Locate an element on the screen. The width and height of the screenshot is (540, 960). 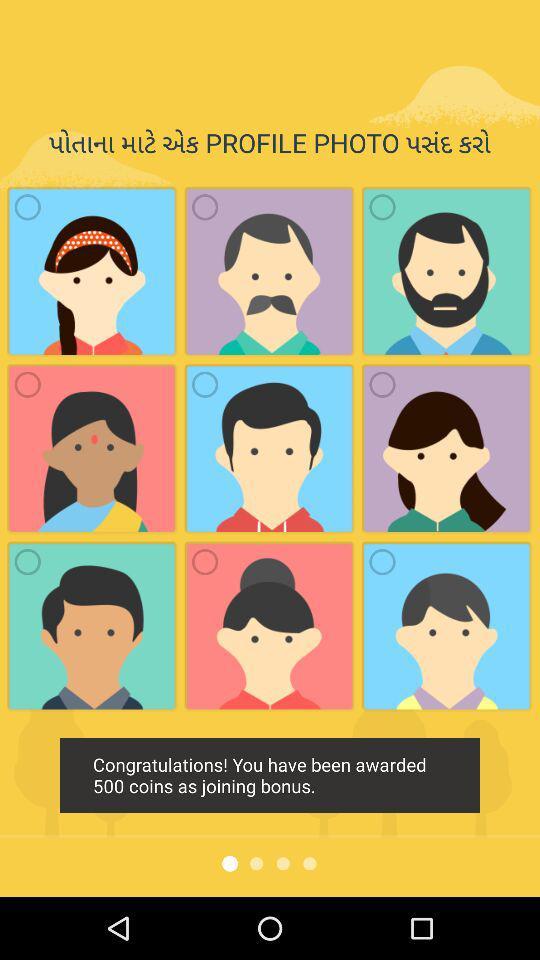
the second image in the third row from the top is located at coordinates (270, 625).